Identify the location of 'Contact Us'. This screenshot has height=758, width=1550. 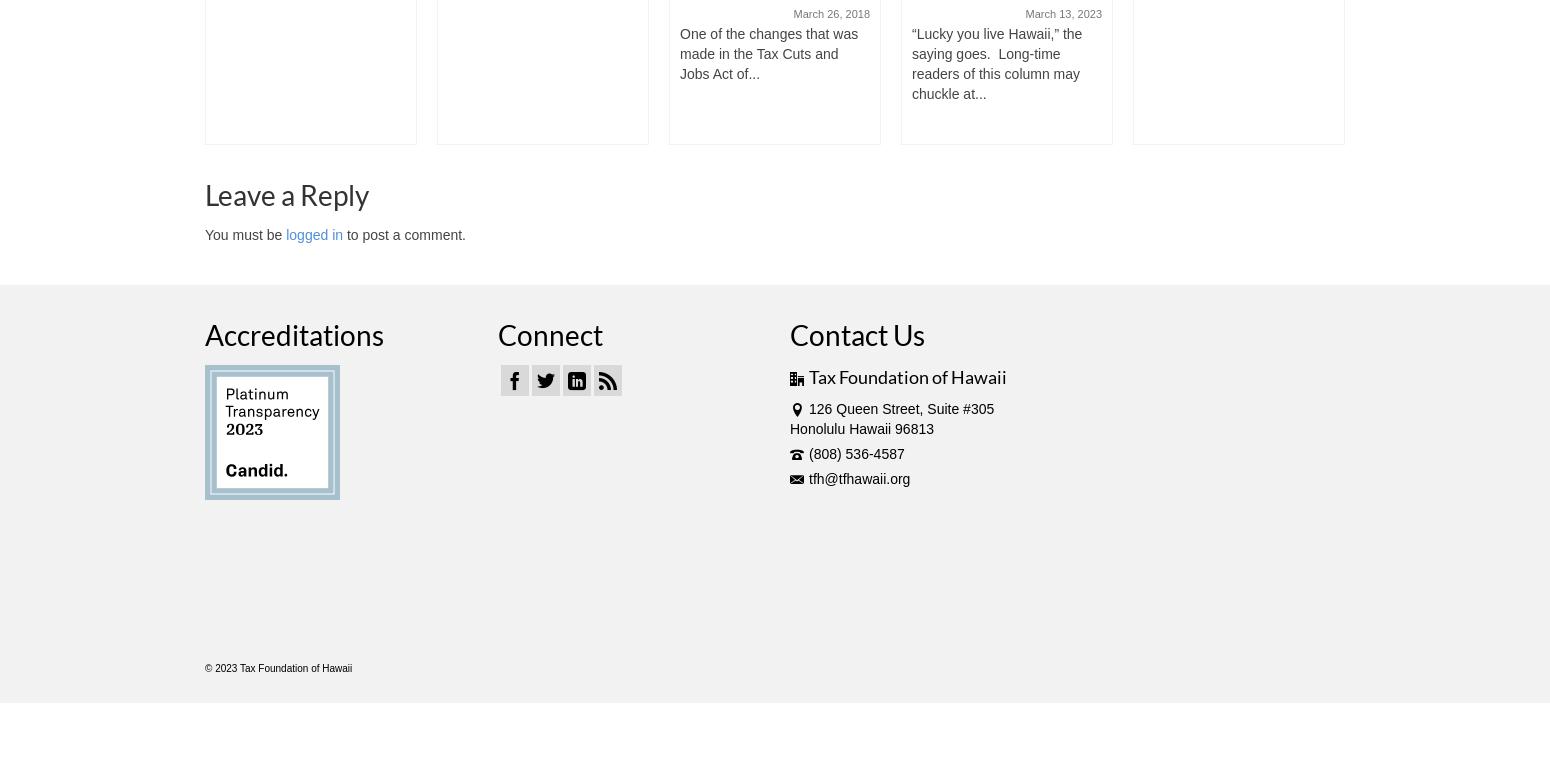
(789, 335).